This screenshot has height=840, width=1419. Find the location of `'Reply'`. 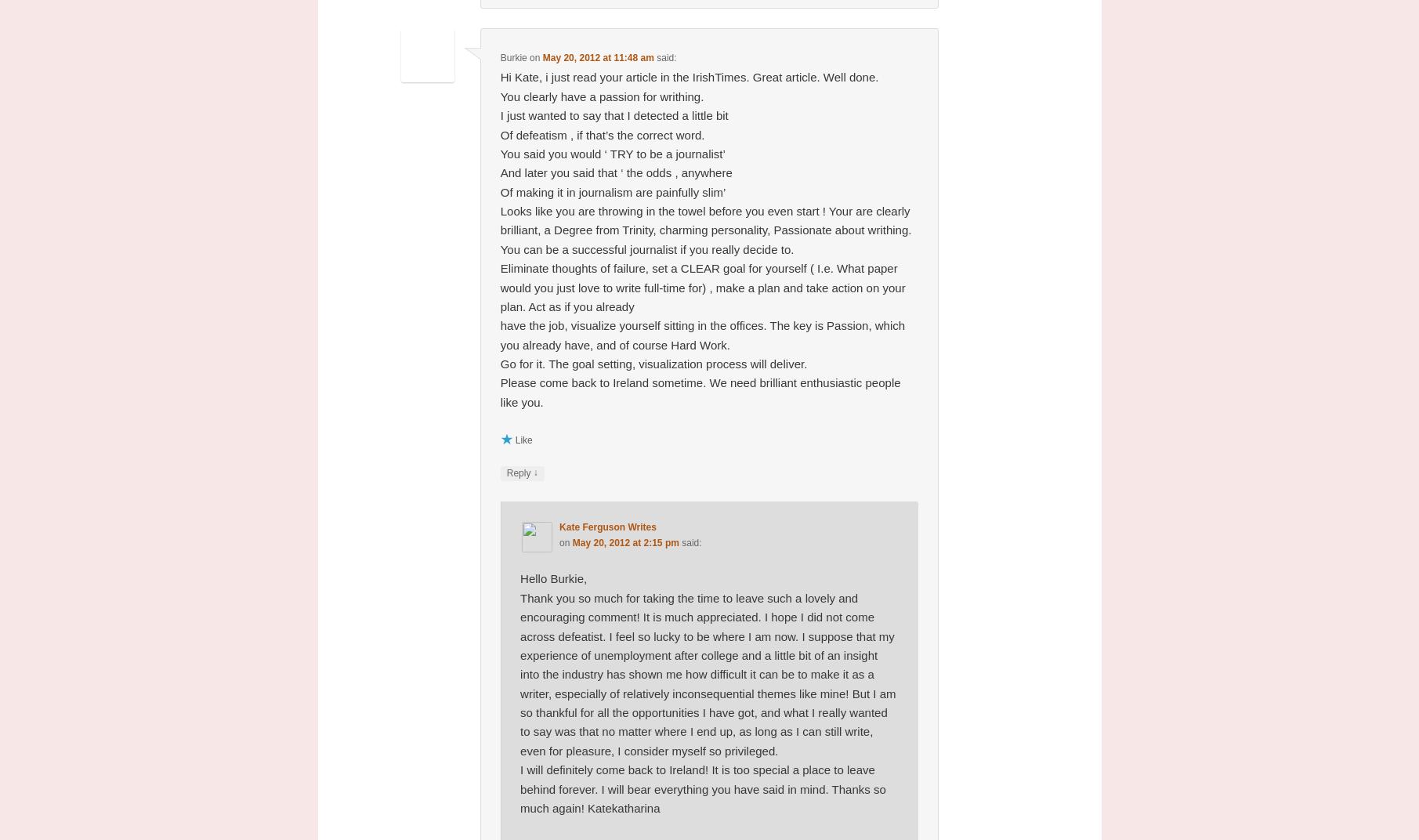

'Reply' is located at coordinates (519, 472).